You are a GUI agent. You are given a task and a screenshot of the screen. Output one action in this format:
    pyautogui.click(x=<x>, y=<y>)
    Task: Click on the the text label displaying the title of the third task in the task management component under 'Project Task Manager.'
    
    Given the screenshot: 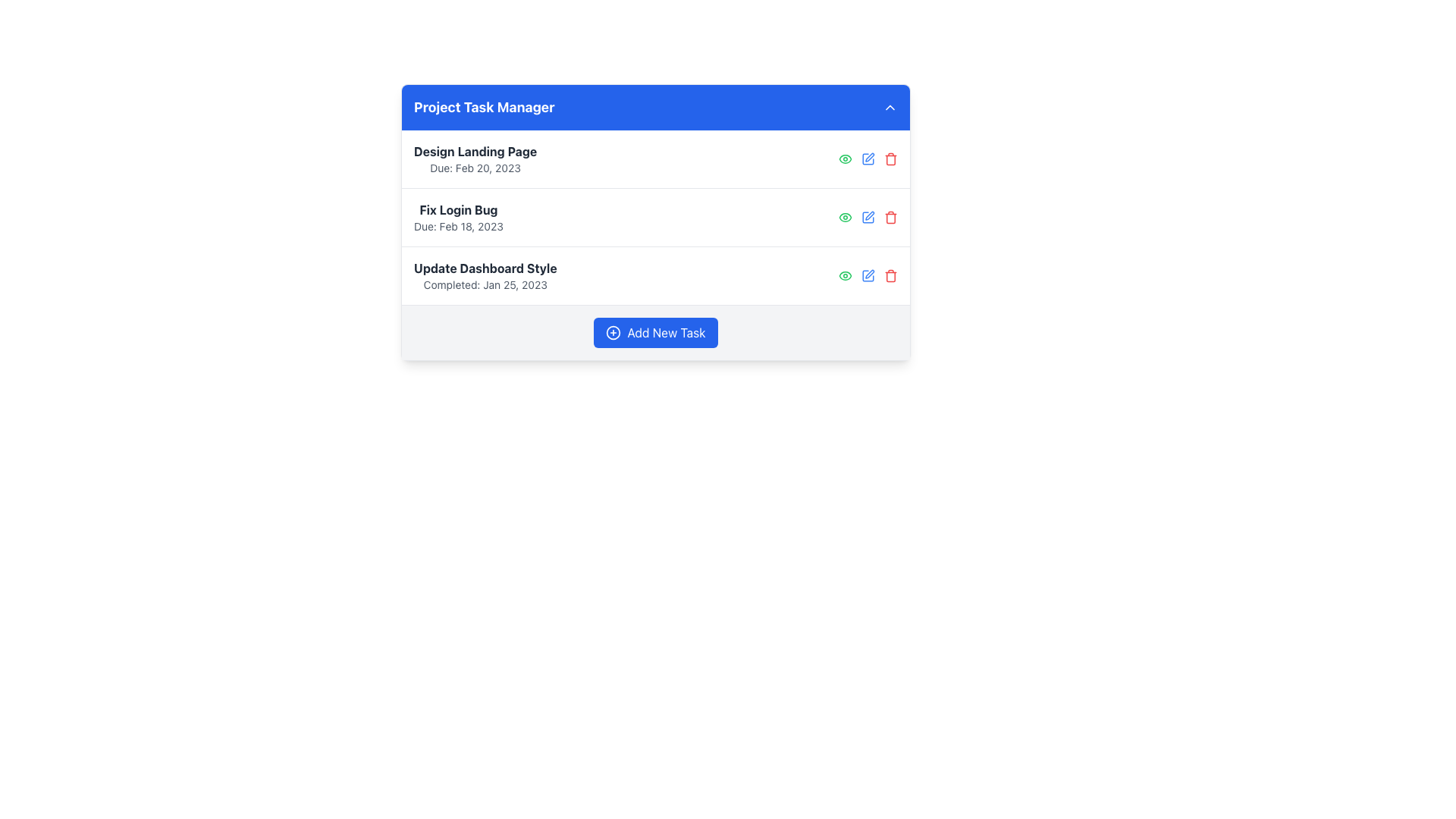 What is the action you would take?
    pyautogui.click(x=485, y=268)
    